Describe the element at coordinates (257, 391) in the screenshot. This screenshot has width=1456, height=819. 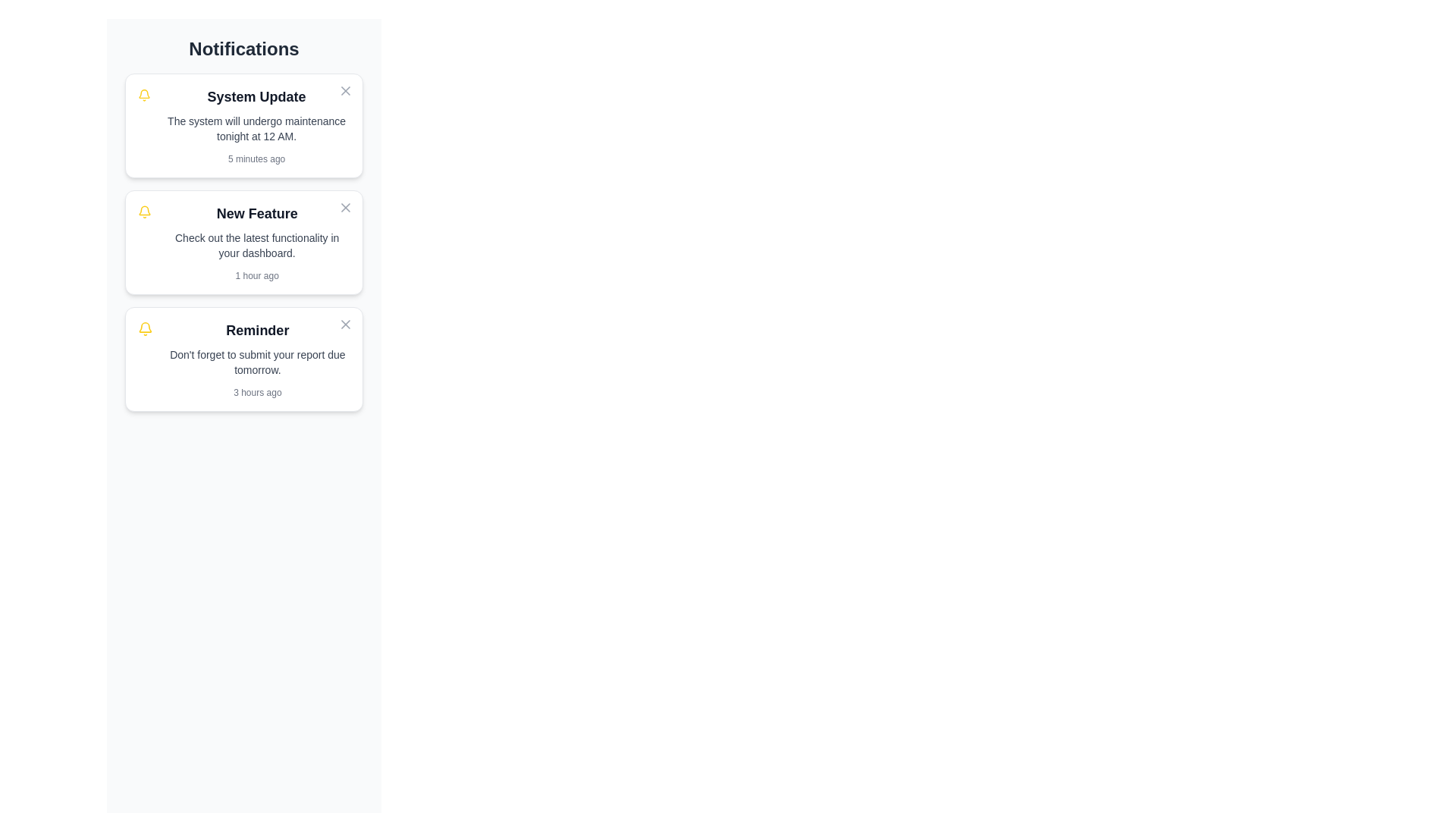
I see `the static text label displaying '3 hours ago' located at the bottom of the 'Reminder' notification card` at that location.